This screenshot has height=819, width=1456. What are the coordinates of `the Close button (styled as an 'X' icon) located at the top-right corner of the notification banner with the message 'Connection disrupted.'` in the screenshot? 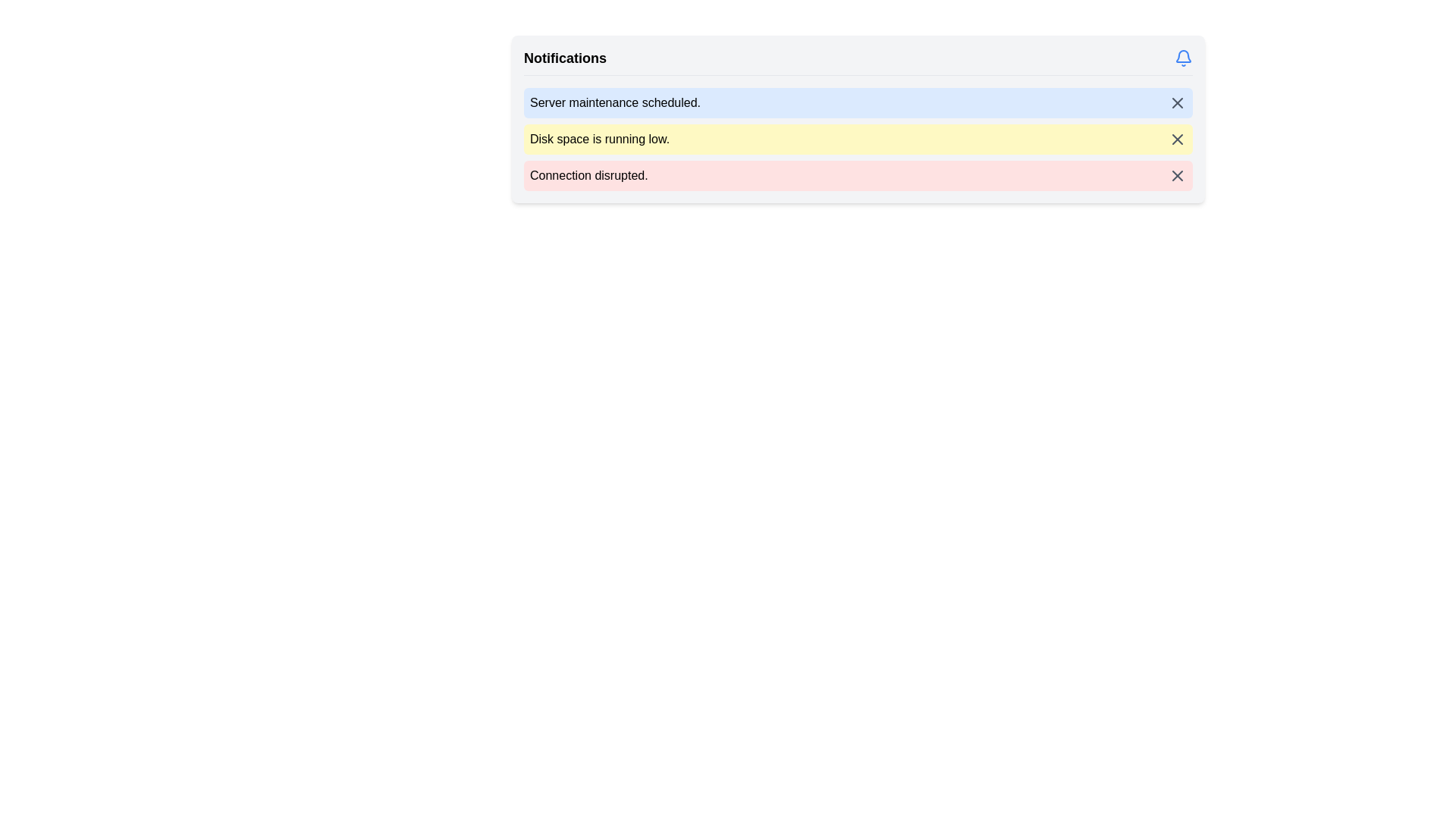 It's located at (1177, 174).